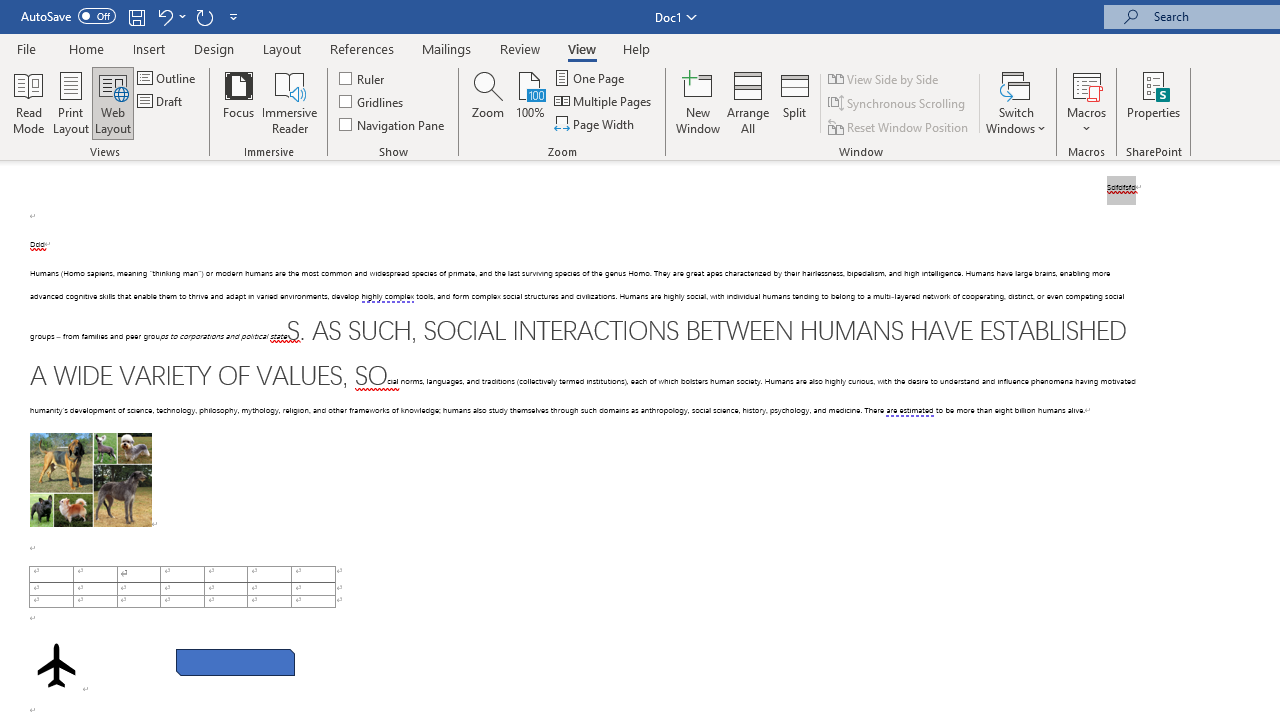  What do you see at coordinates (288, 103) in the screenshot?
I see `'Immersive Reader'` at bounding box center [288, 103].